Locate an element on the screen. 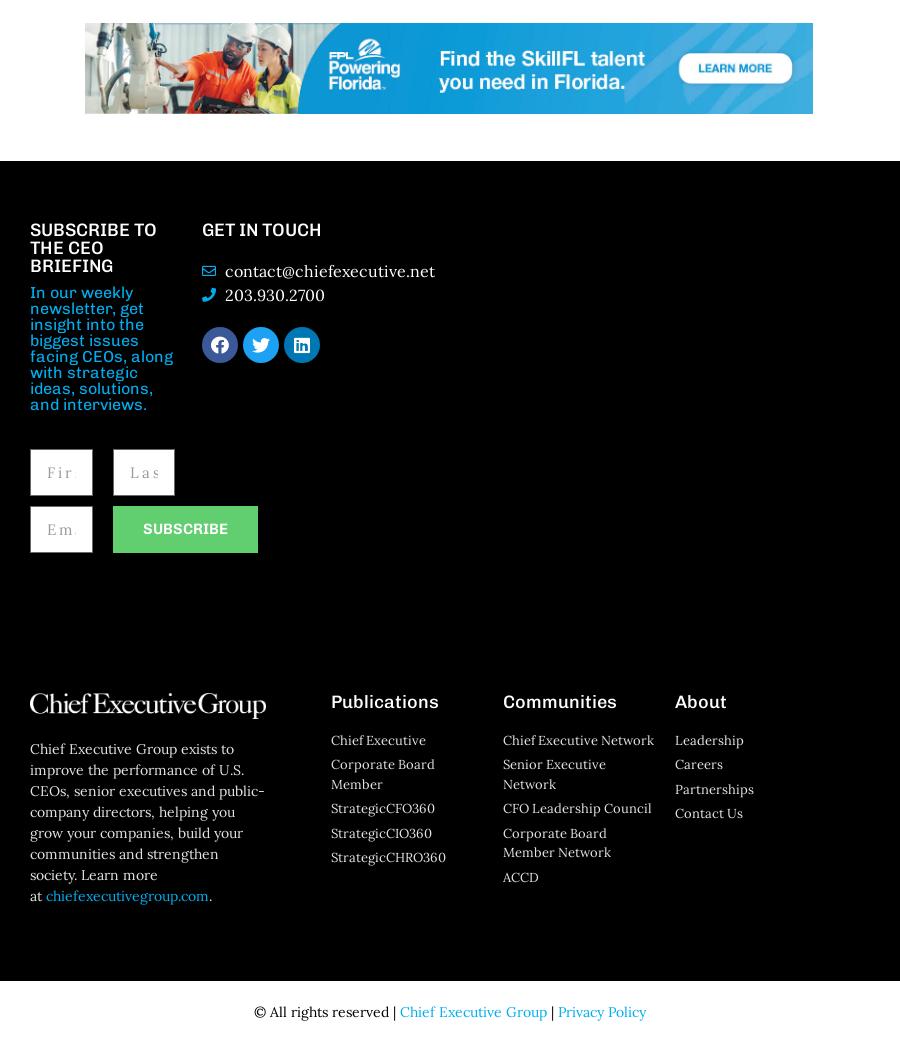  'About' is located at coordinates (700, 700).